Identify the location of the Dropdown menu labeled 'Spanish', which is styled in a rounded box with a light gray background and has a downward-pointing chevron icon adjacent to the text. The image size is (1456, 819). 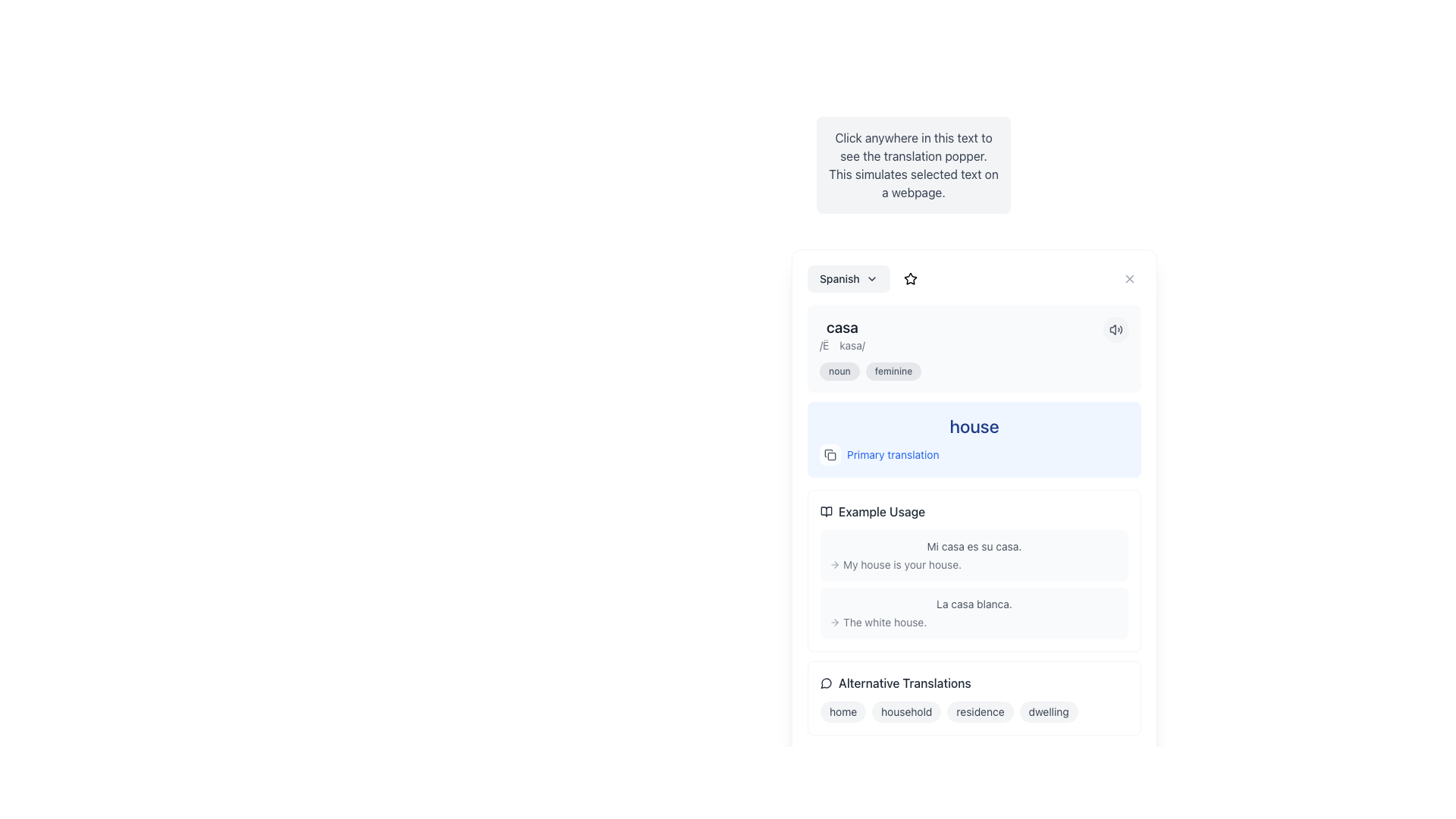
(848, 278).